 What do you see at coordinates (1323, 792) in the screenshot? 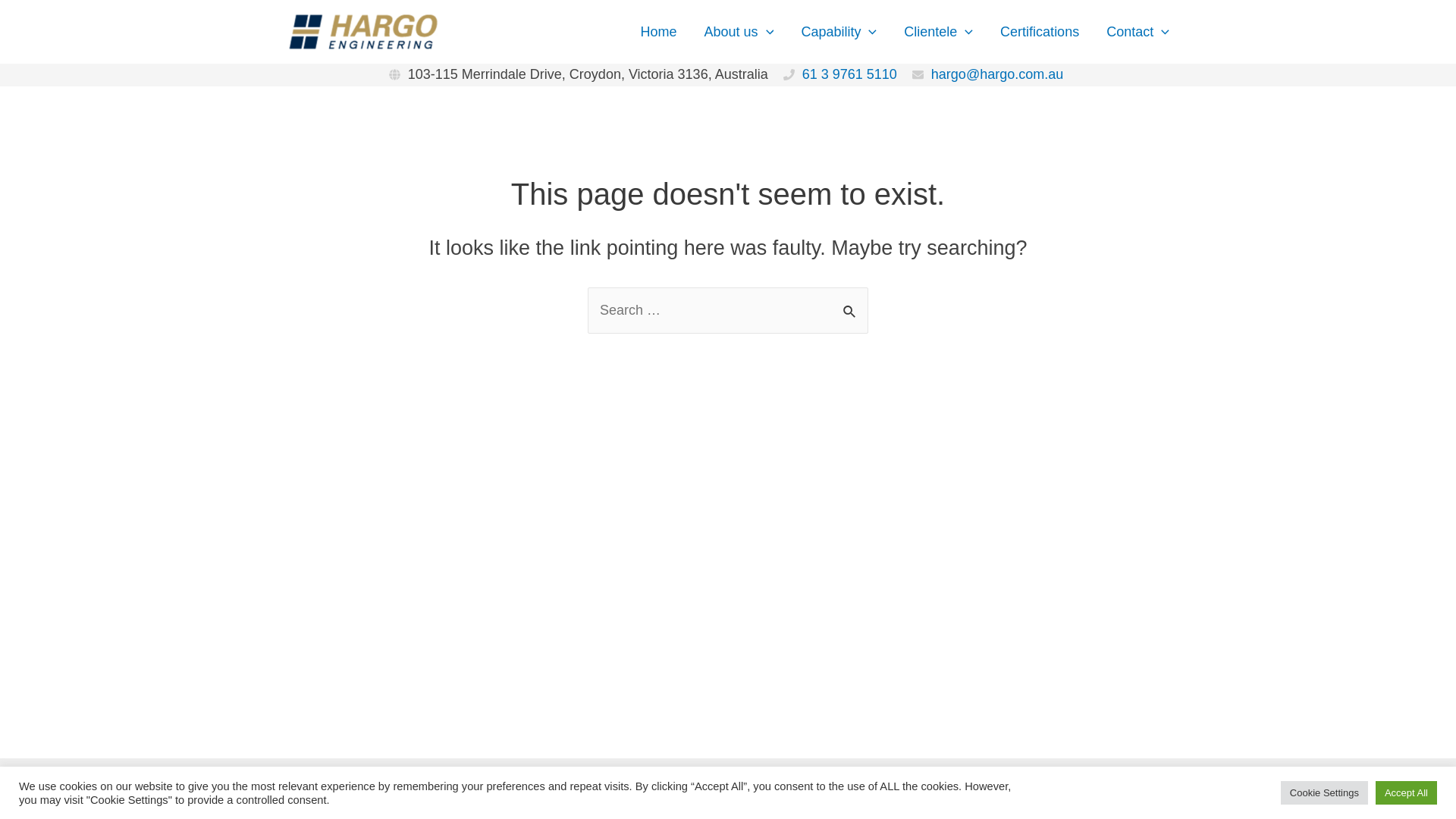
I see `'Cookie Settings'` at bounding box center [1323, 792].